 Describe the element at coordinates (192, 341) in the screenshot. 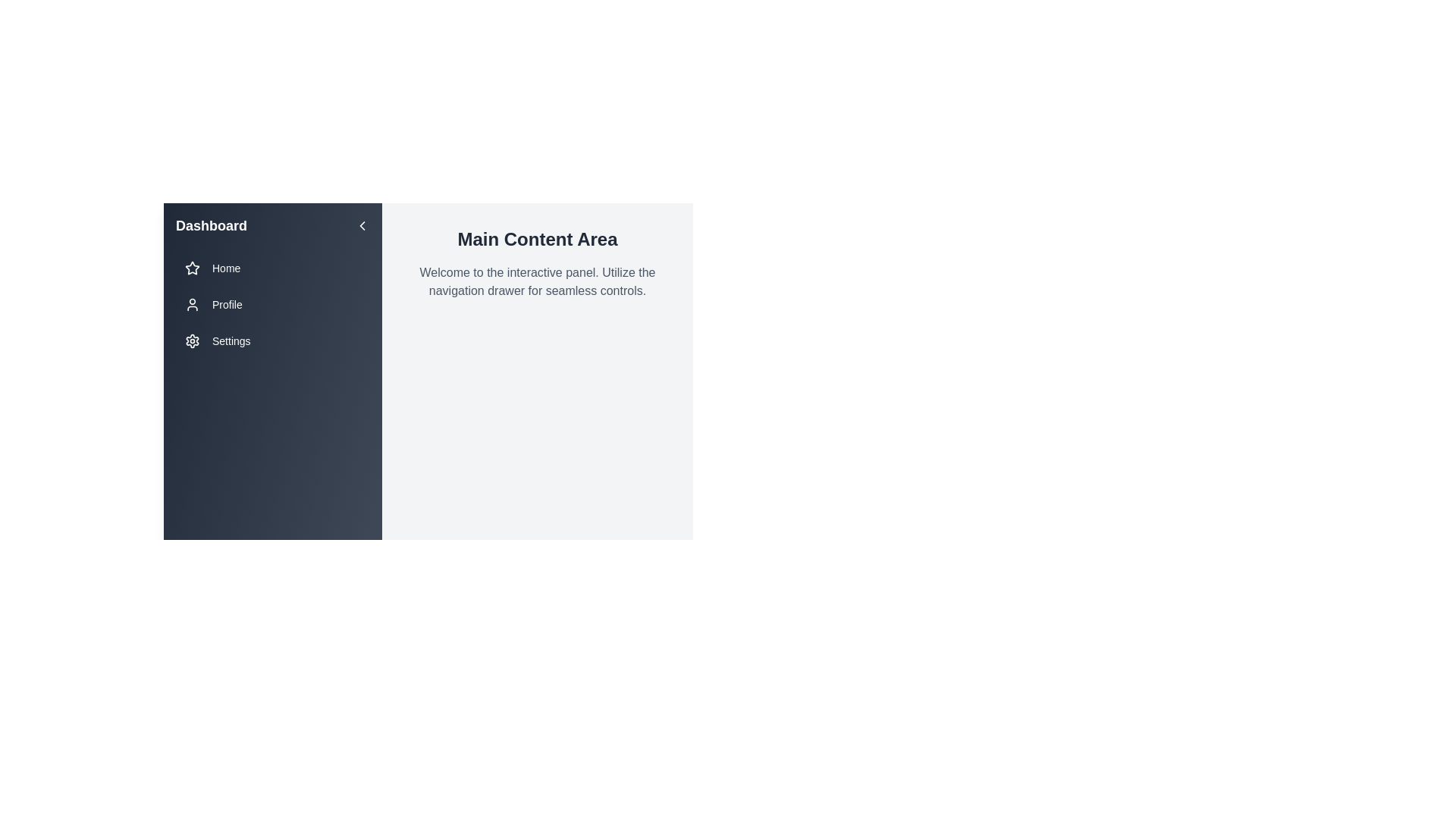

I see `the cogwheel icon in the vertical sidebar next to the 'Settings' text` at that location.